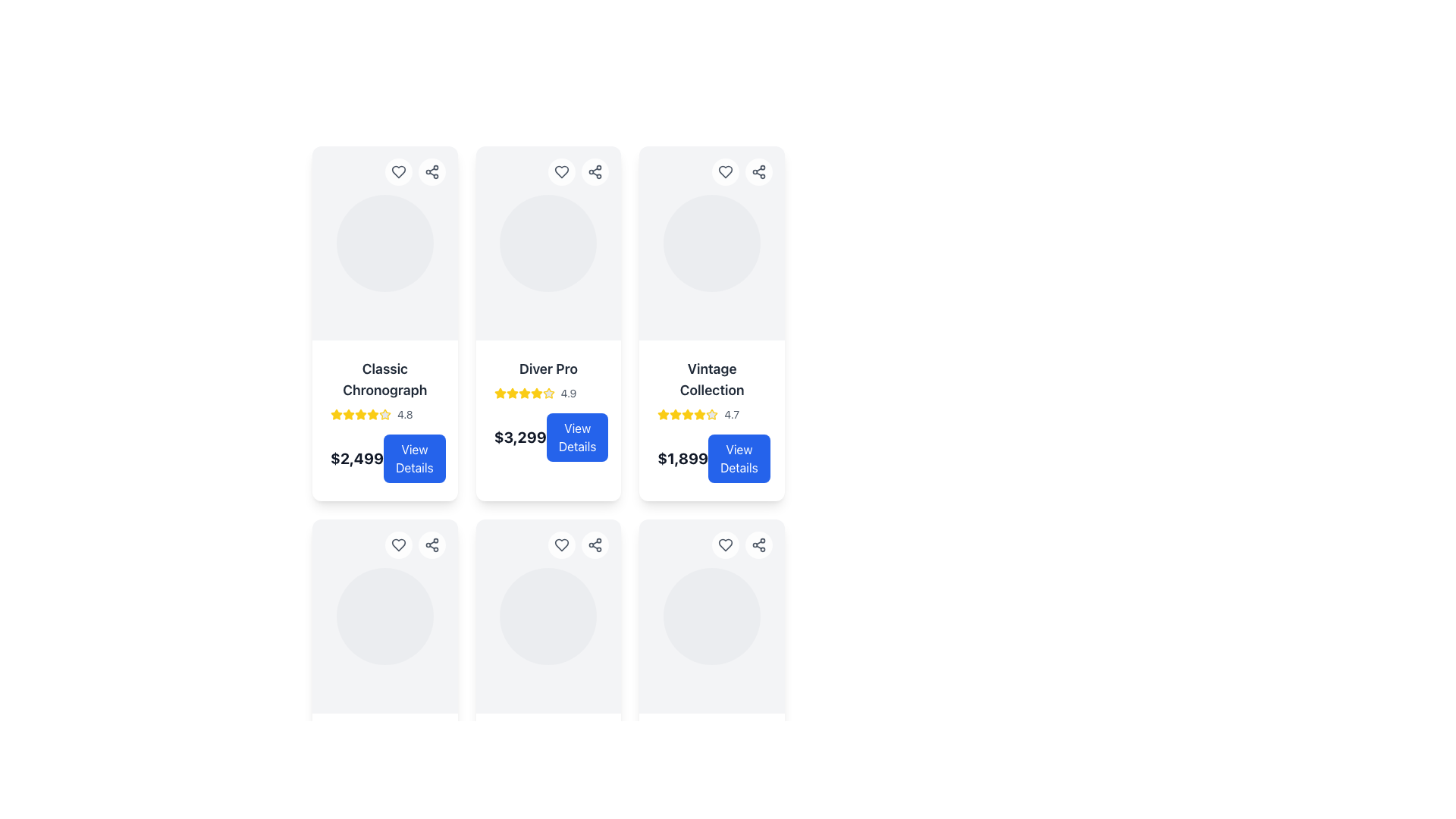  Describe the element at coordinates (711, 242) in the screenshot. I see `the visual placeholder or loading indicator located in the third card above the 'Vintage Collection' title` at that location.